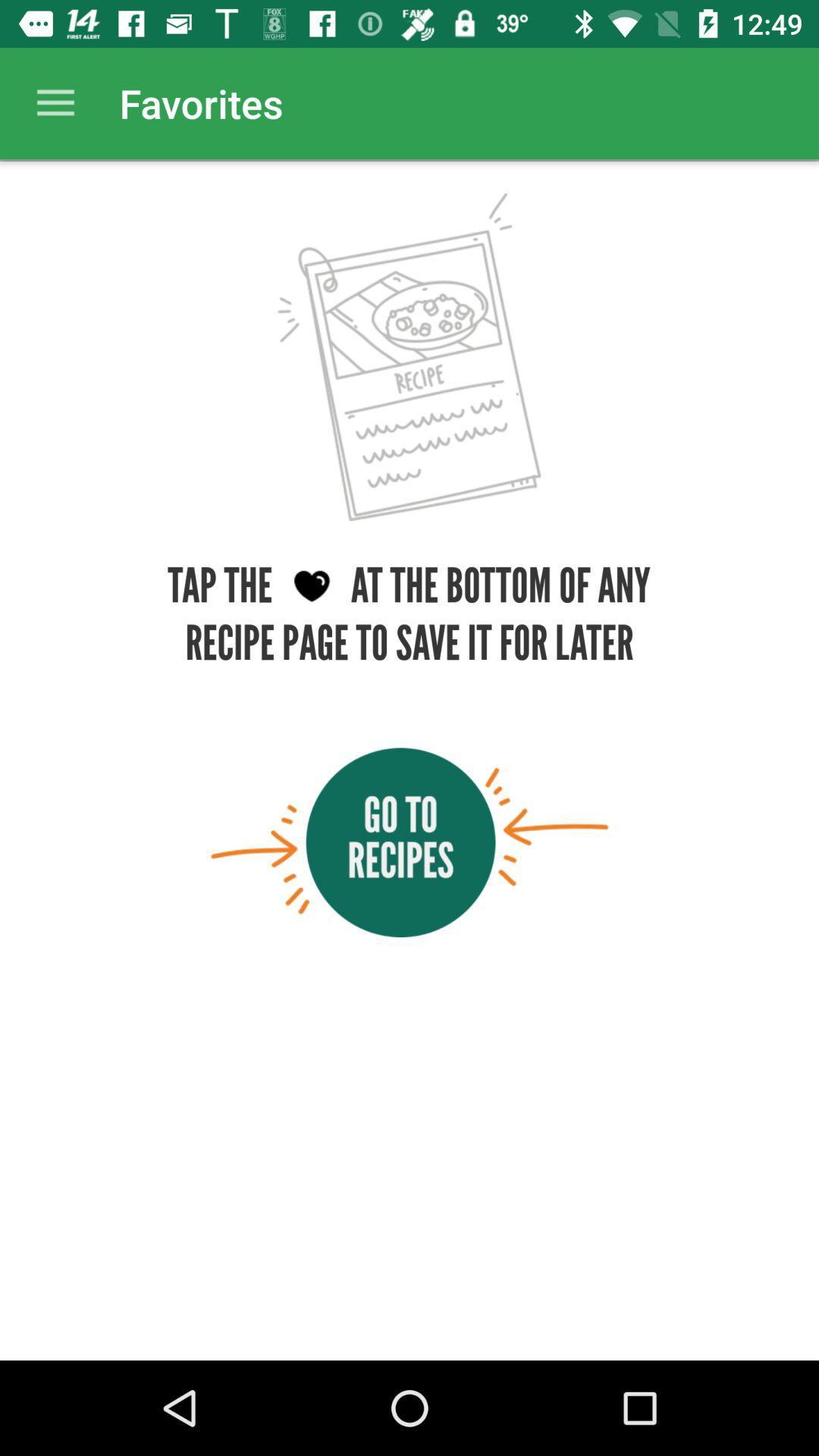 Image resolution: width=819 pixels, height=1456 pixels. What do you see at coordinates (409, 842) in the screenshot?
I see `recipes` at bounding box center [409, 842].